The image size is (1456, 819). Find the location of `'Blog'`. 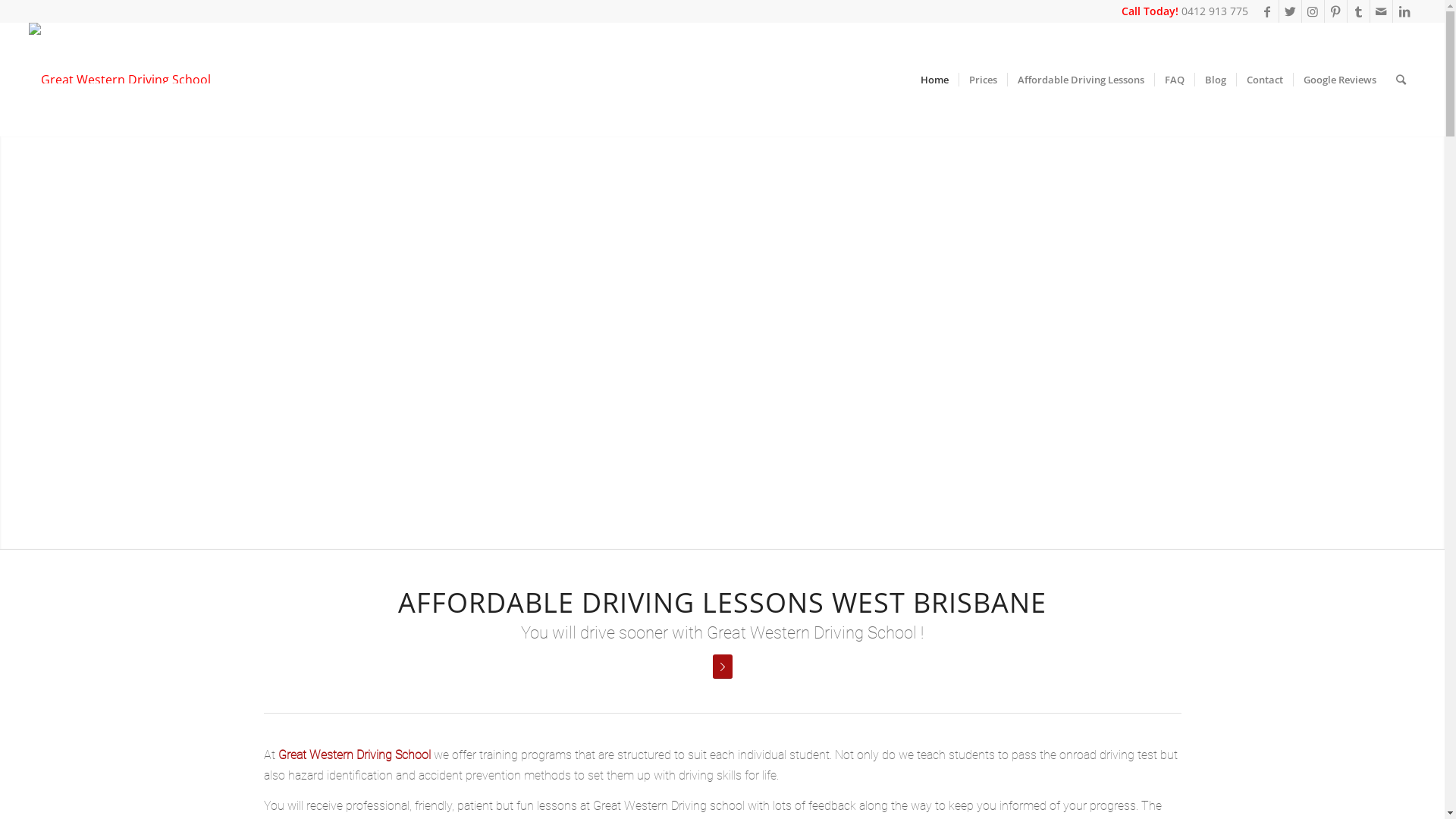

'Blog' is located at coordinates (1215, 79).